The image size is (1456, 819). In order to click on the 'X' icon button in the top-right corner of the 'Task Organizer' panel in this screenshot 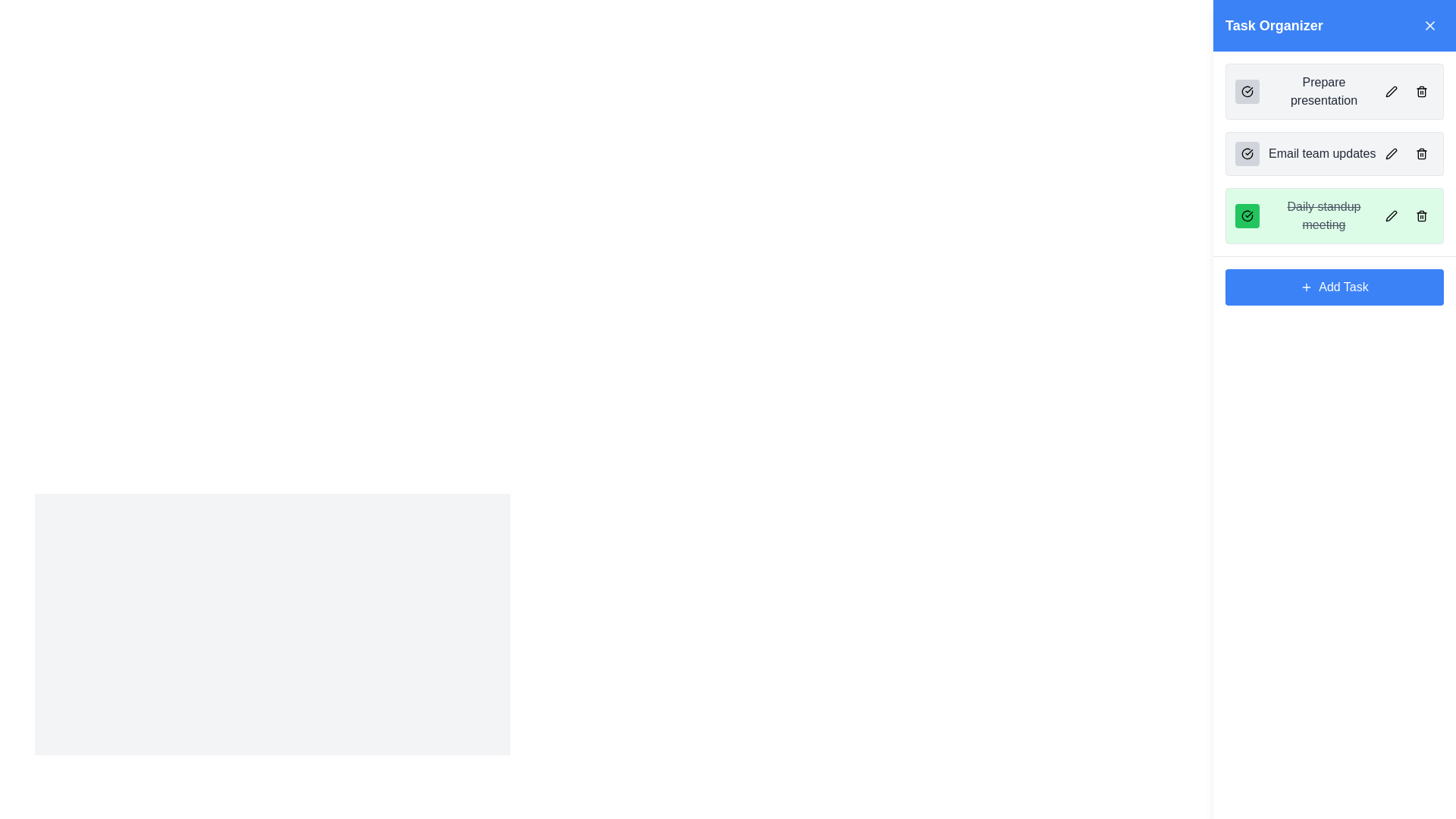, I will do `click(1429, 26)`.